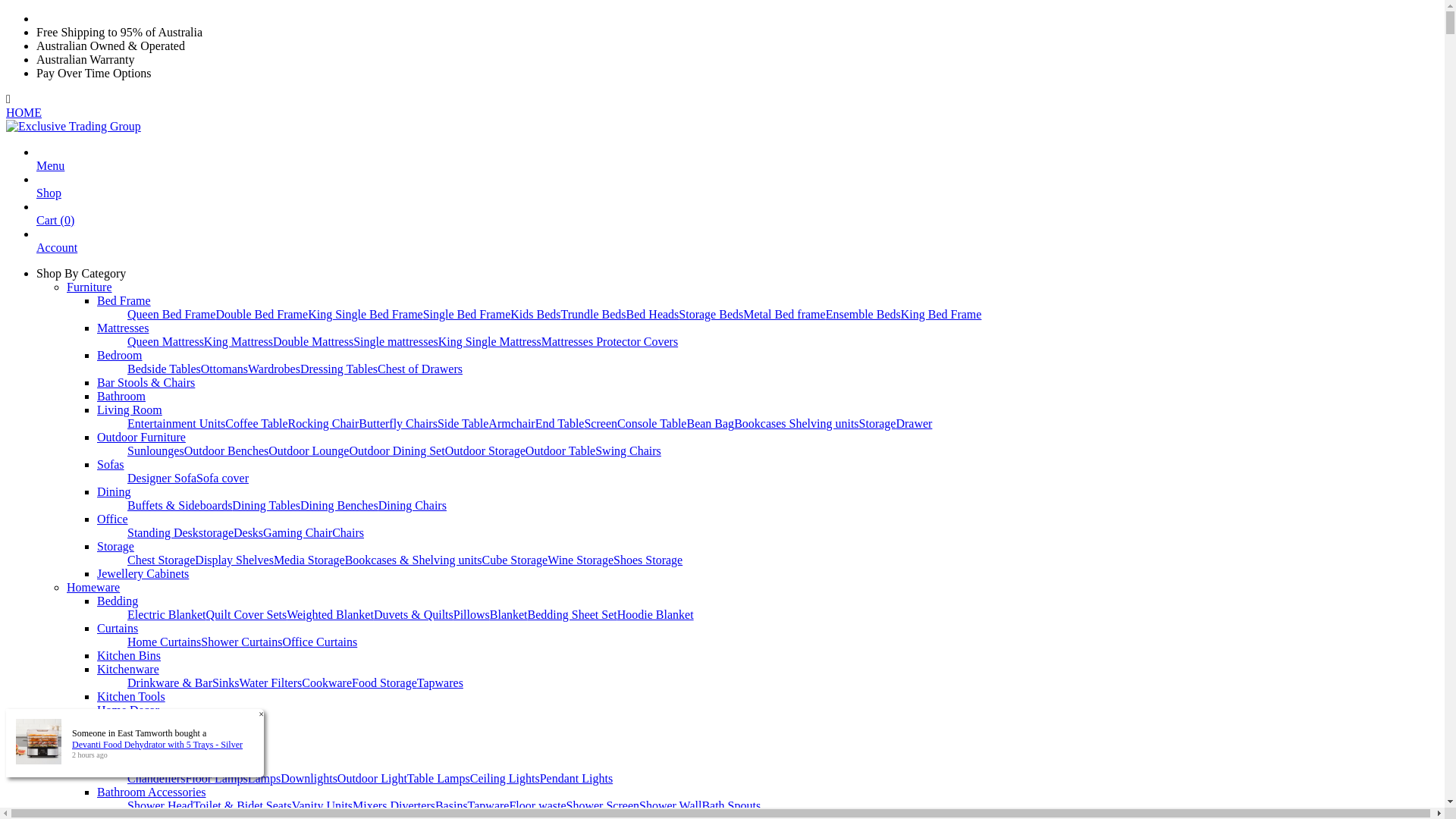 The height and width of the screenshot is (819, 1456). Describe the element at coordinates (515, 560) in the screenshot. I see `'Cube Storage'` at that location.